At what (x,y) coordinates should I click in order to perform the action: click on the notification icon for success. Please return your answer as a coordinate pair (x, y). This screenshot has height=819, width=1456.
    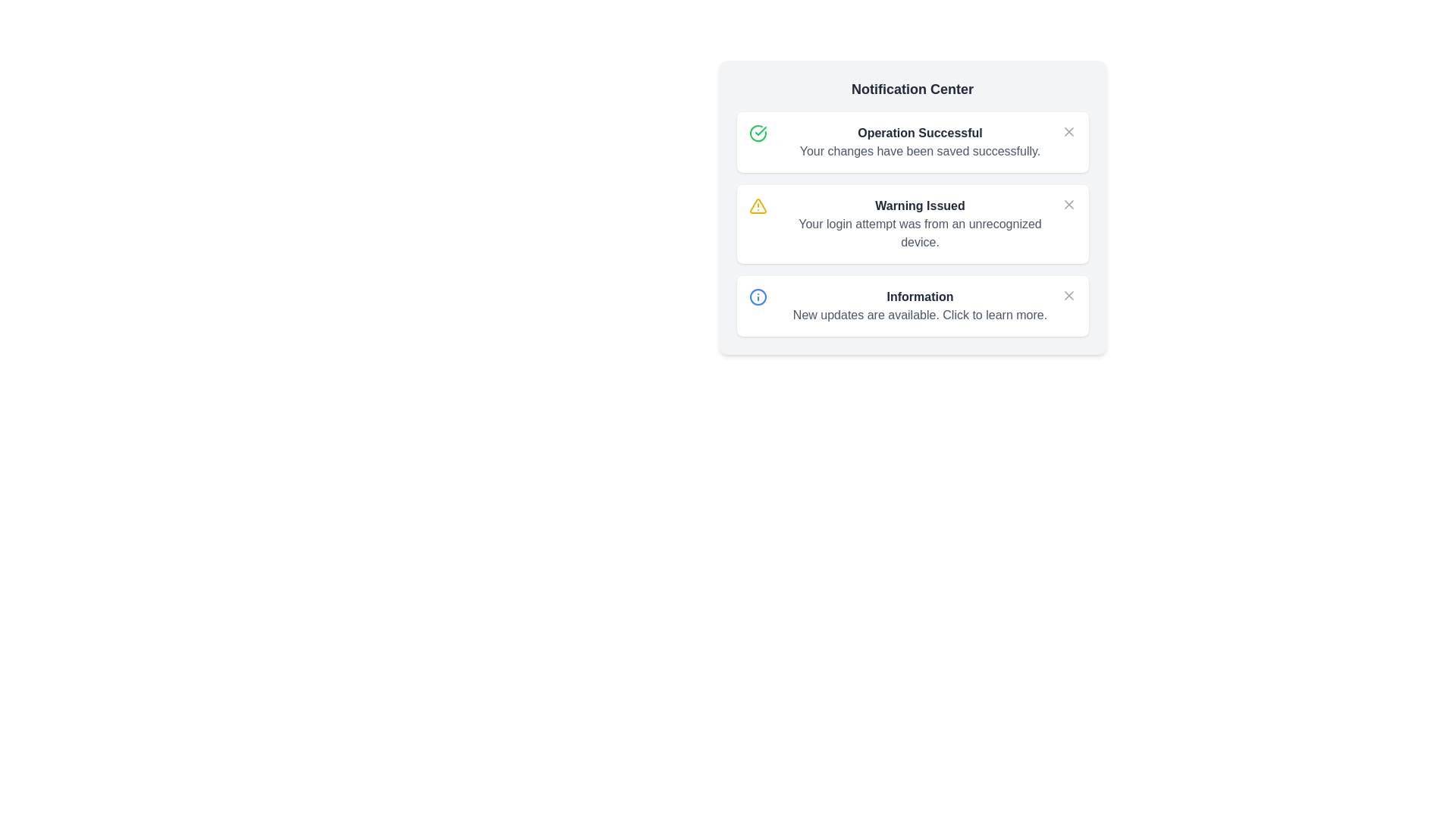
    Looking at the image, I should click on (1068, 130).